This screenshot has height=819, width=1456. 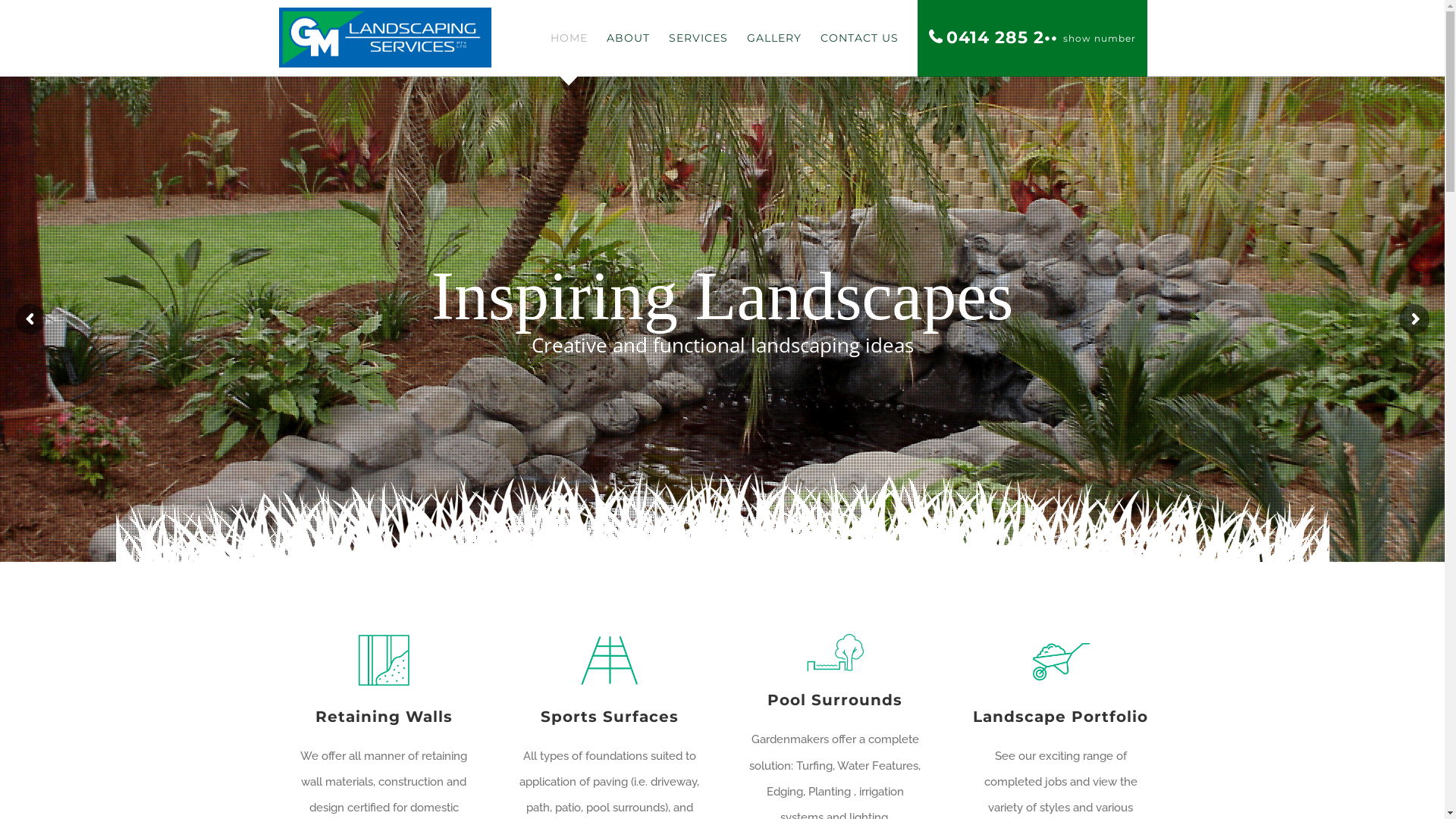 What do you see at coordinates (383, 660) in the screenshot?
I see `'retaining_wall_icon_col'` at bounding box center [383, 660].